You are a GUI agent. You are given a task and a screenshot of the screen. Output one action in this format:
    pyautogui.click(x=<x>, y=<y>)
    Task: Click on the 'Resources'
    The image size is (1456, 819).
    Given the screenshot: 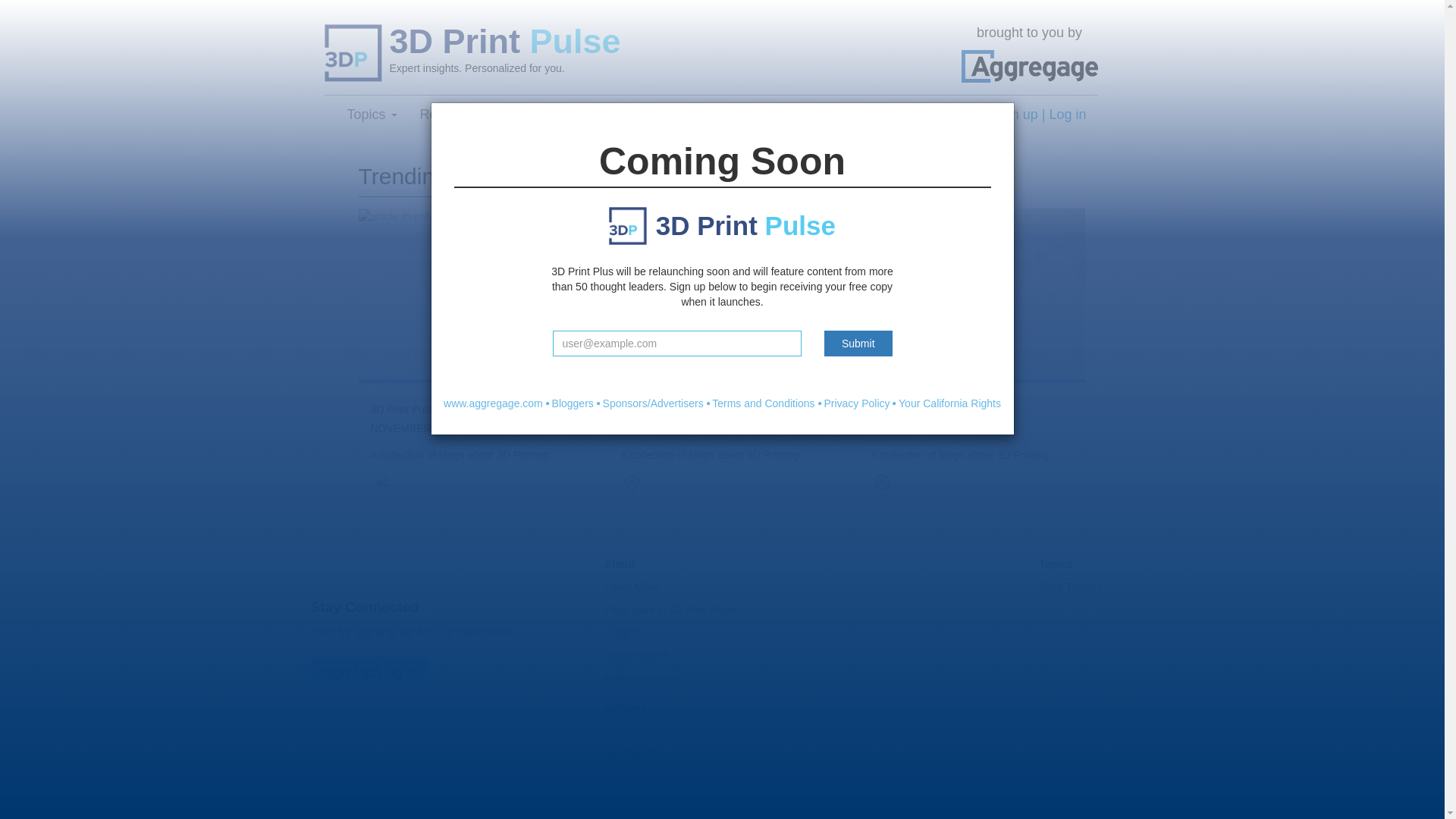 What is the action you would take?
    pyautogui.click(x=457, y=113)
    